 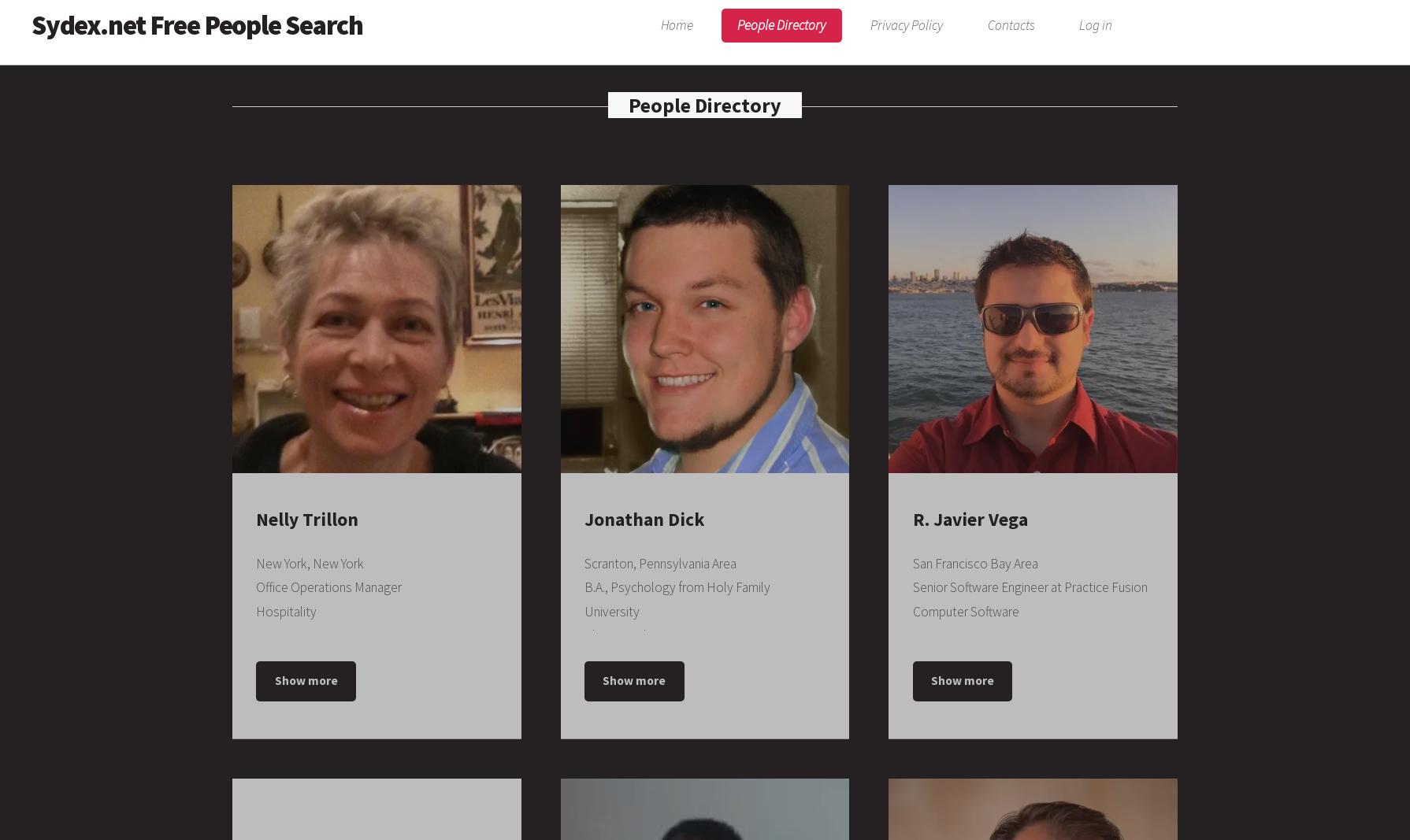 What do you see at coordinates (583, 561) in the screenshot?
I see `'Scranton, Pennsylvania Area'` at bounding box center [583, 561].